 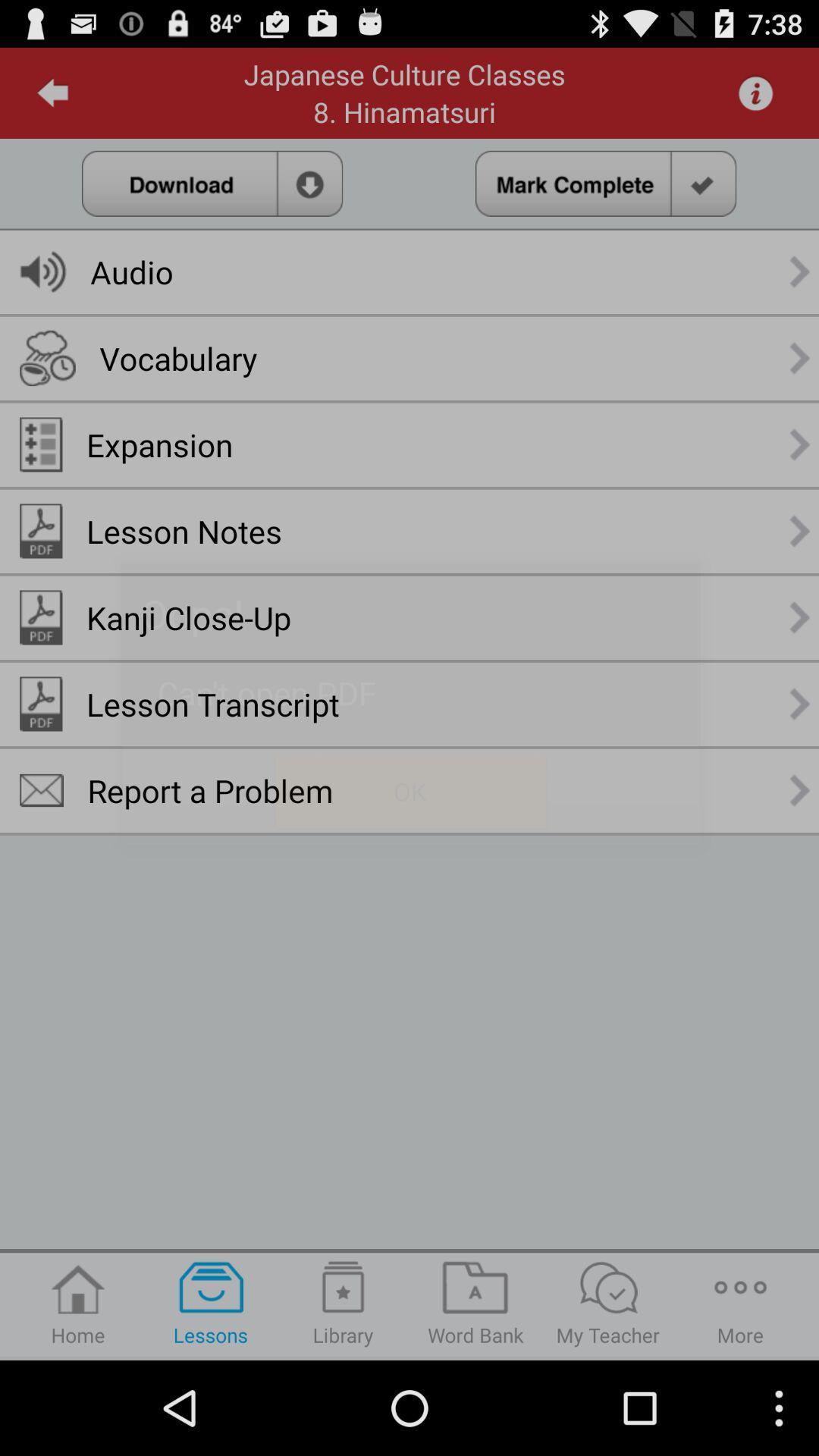 What do you see at coordinates (52, 93) in the screenshot?
I see `the item next to the japanese culture classes` at bounding box center [52, 93].